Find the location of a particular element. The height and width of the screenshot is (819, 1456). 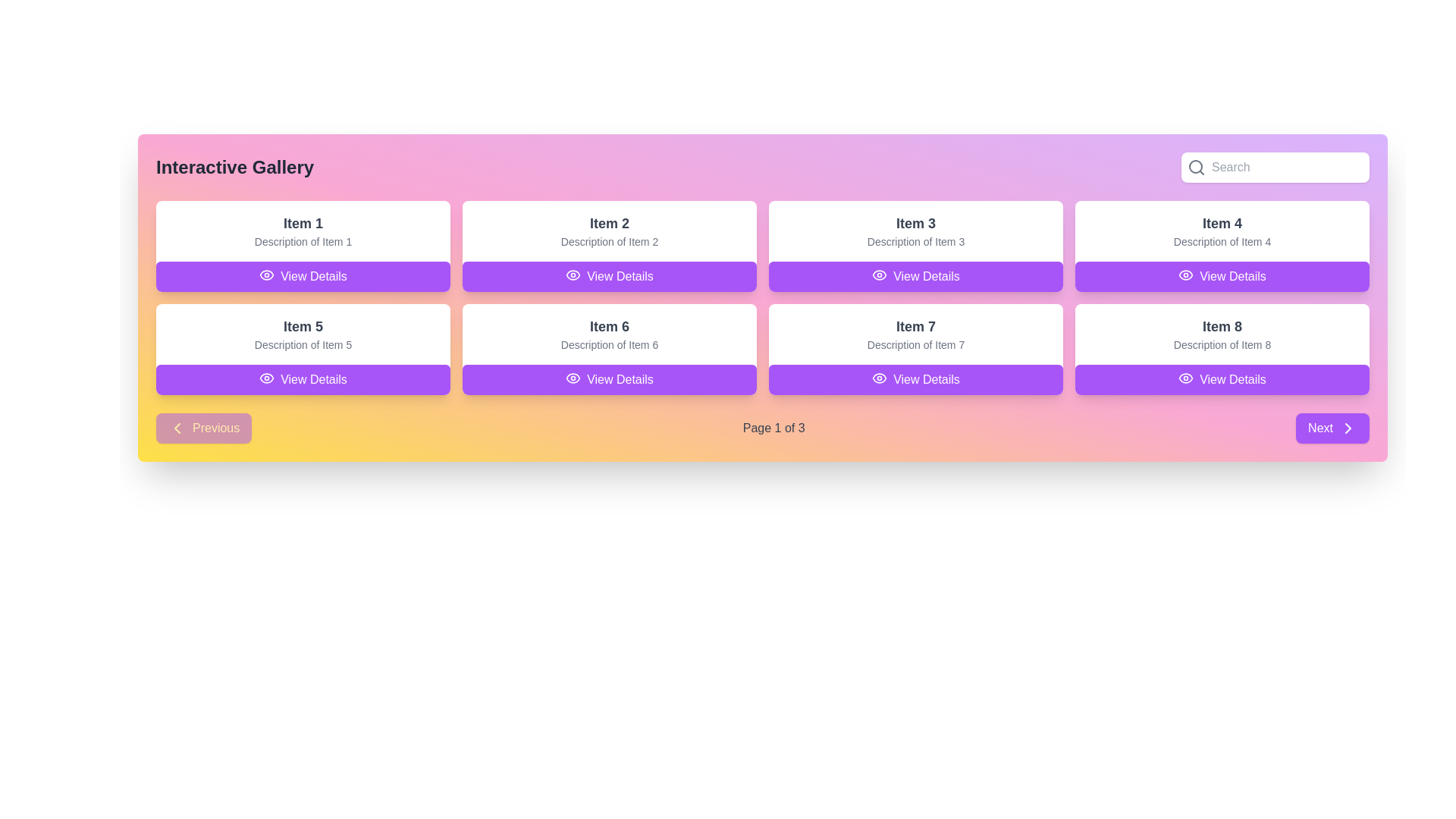

the Text Label providing additional information about 'Item 6', located in the second row, second column of the grid layout is located at coordinates (610, 345).